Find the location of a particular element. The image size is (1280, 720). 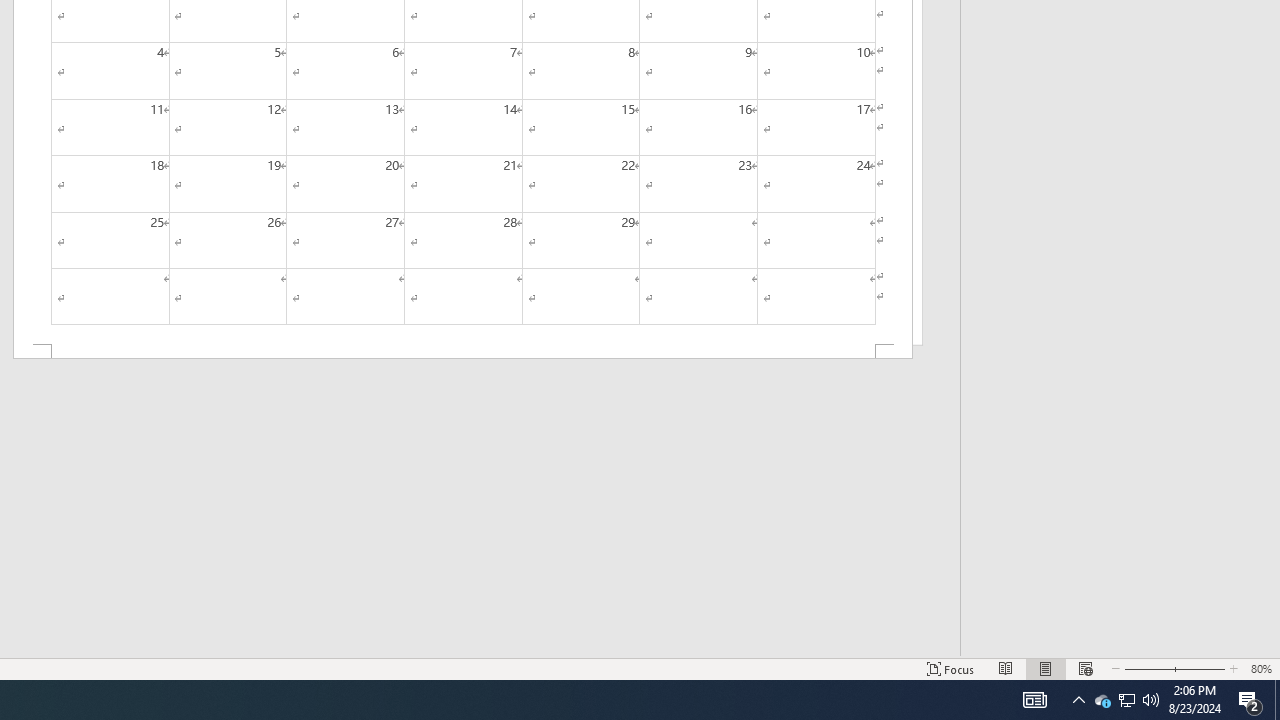

'Focus ' is located at coordinates (950, 669).